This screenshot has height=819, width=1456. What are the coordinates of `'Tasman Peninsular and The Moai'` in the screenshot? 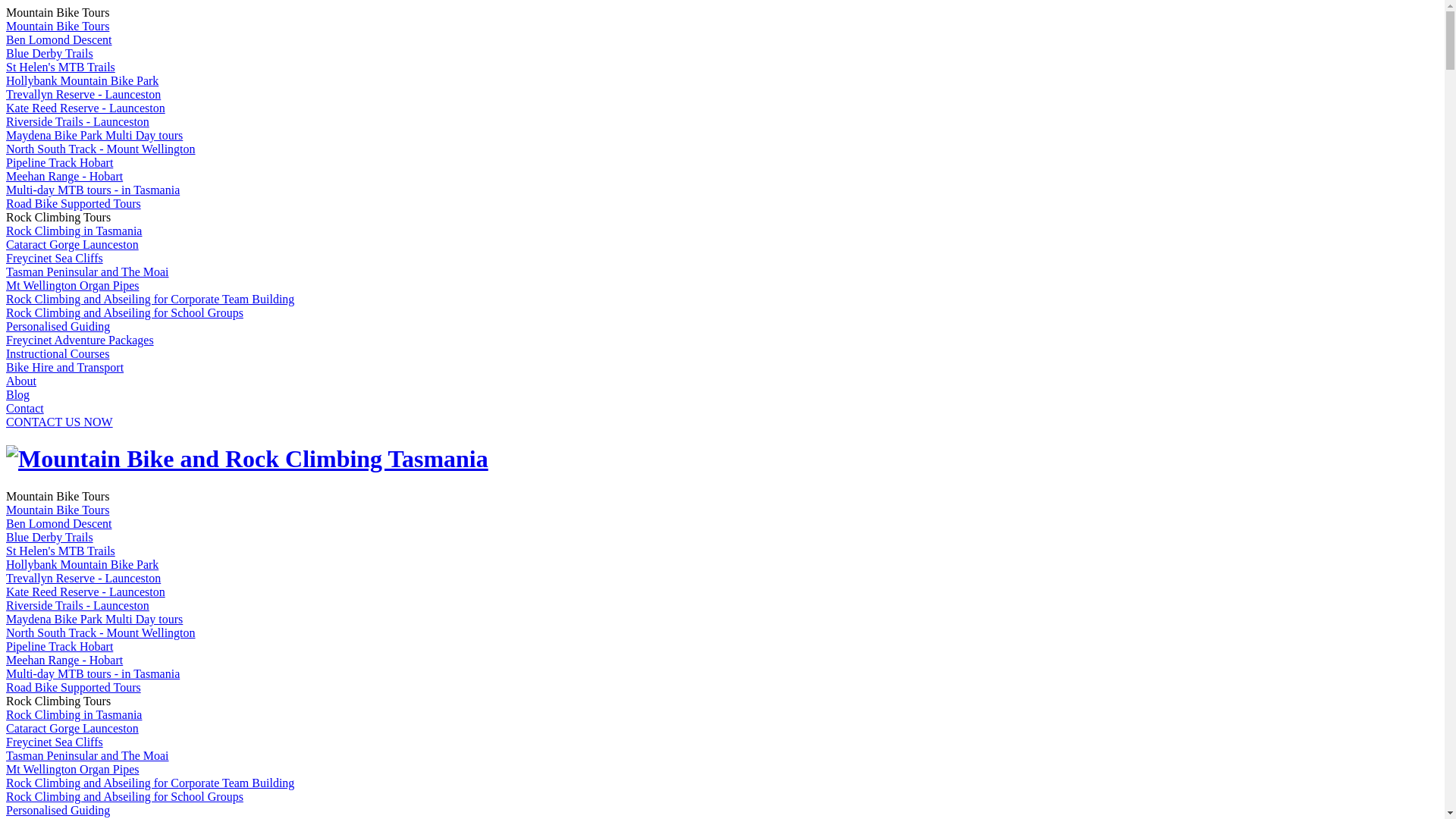 It's located at (86, 271).